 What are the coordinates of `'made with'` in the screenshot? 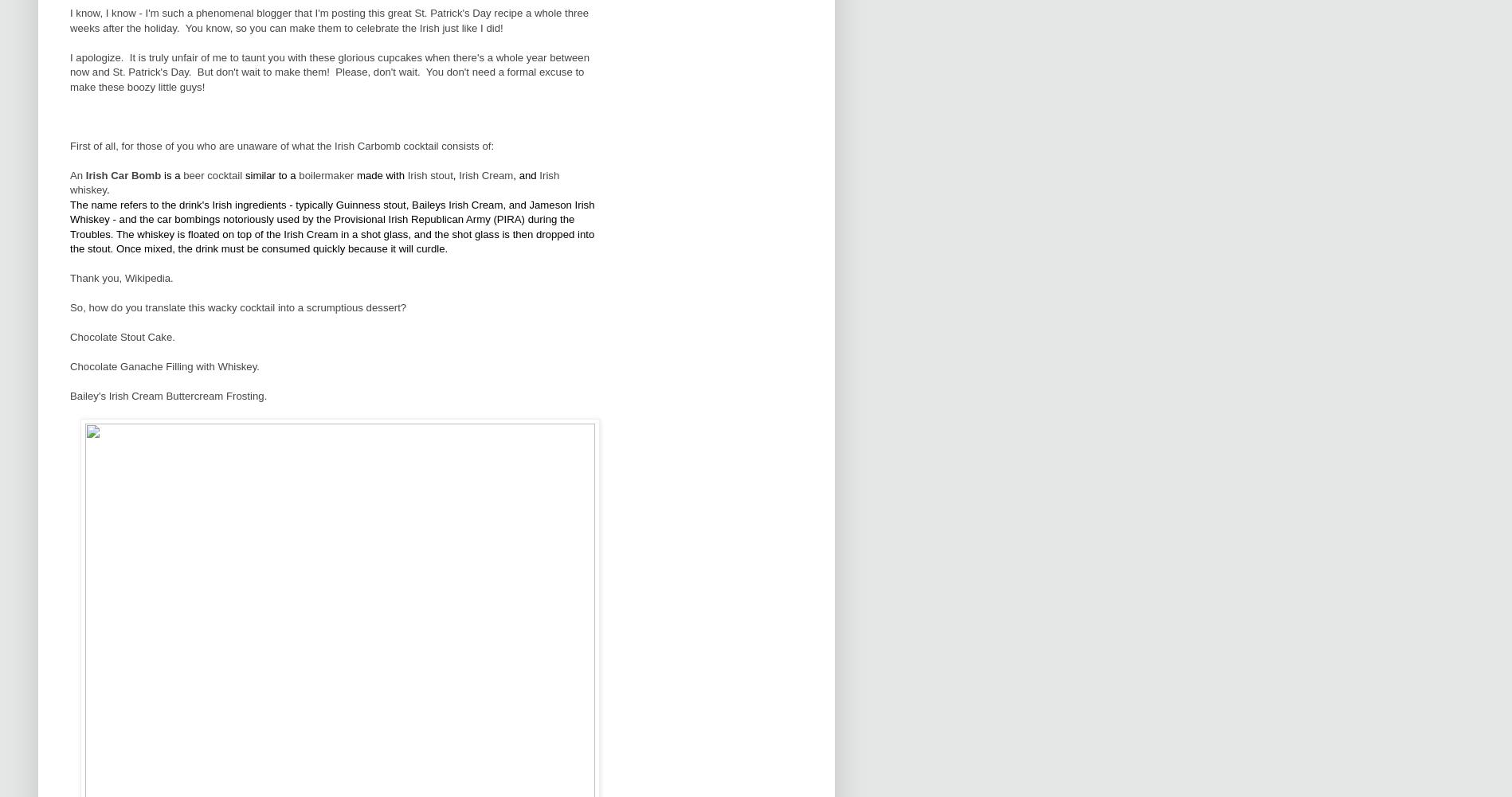 It's located at (379, 174).